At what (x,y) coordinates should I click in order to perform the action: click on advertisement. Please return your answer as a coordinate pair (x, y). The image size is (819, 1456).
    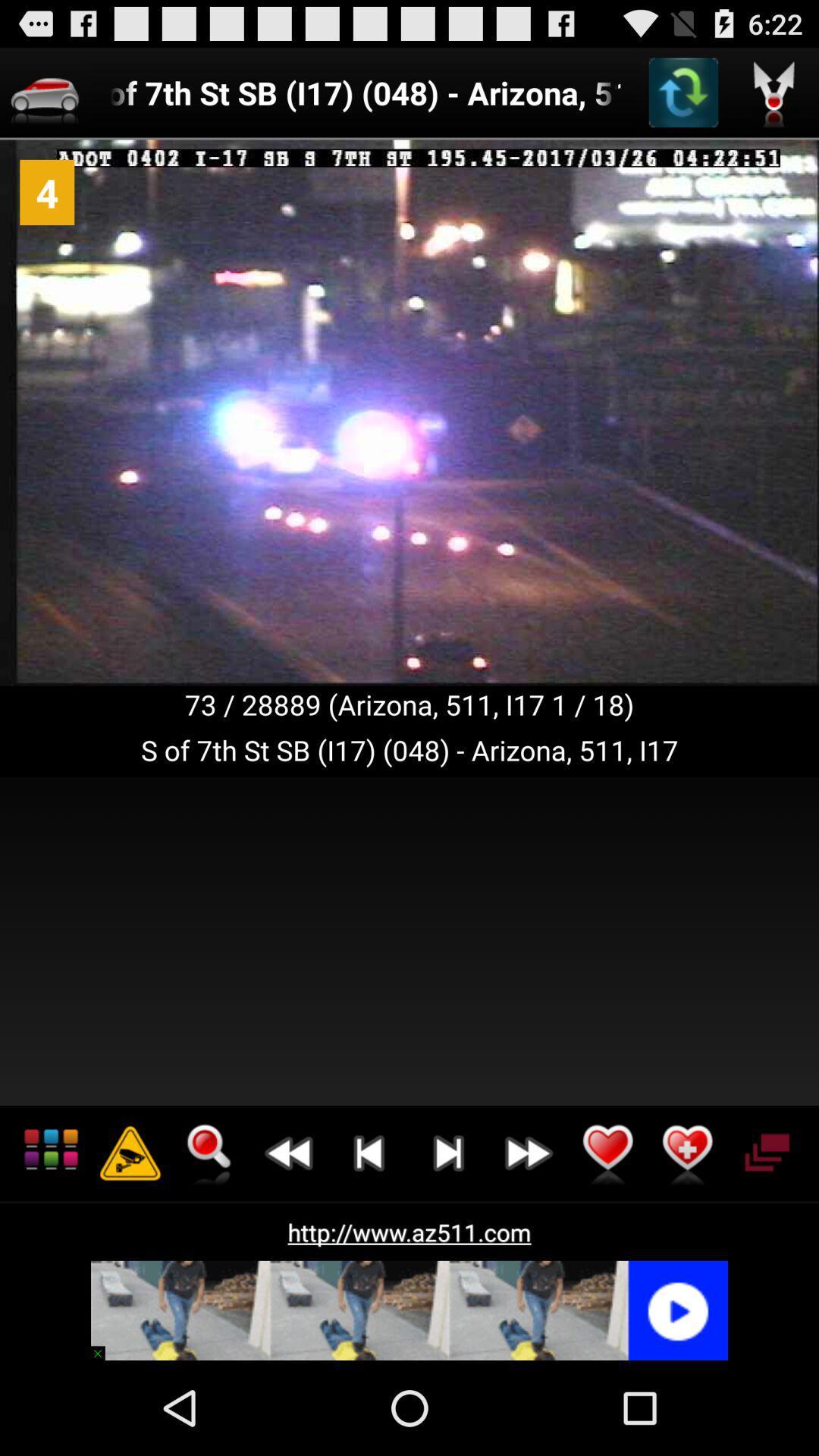
    Looking at the image, I should click on (409, 1310).